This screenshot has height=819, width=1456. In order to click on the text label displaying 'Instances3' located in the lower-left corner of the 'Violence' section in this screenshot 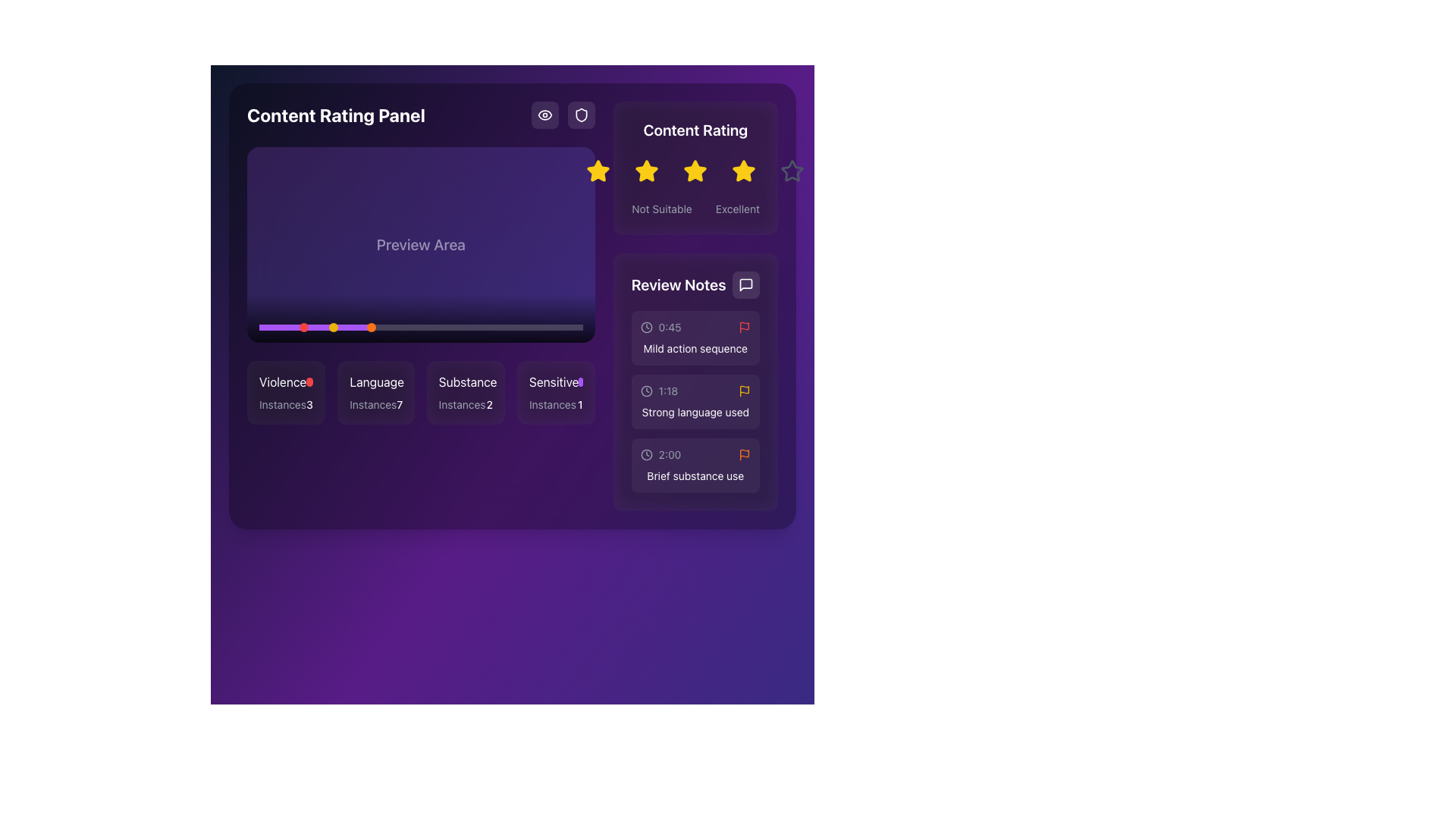, I will do `click(286, 403)`.